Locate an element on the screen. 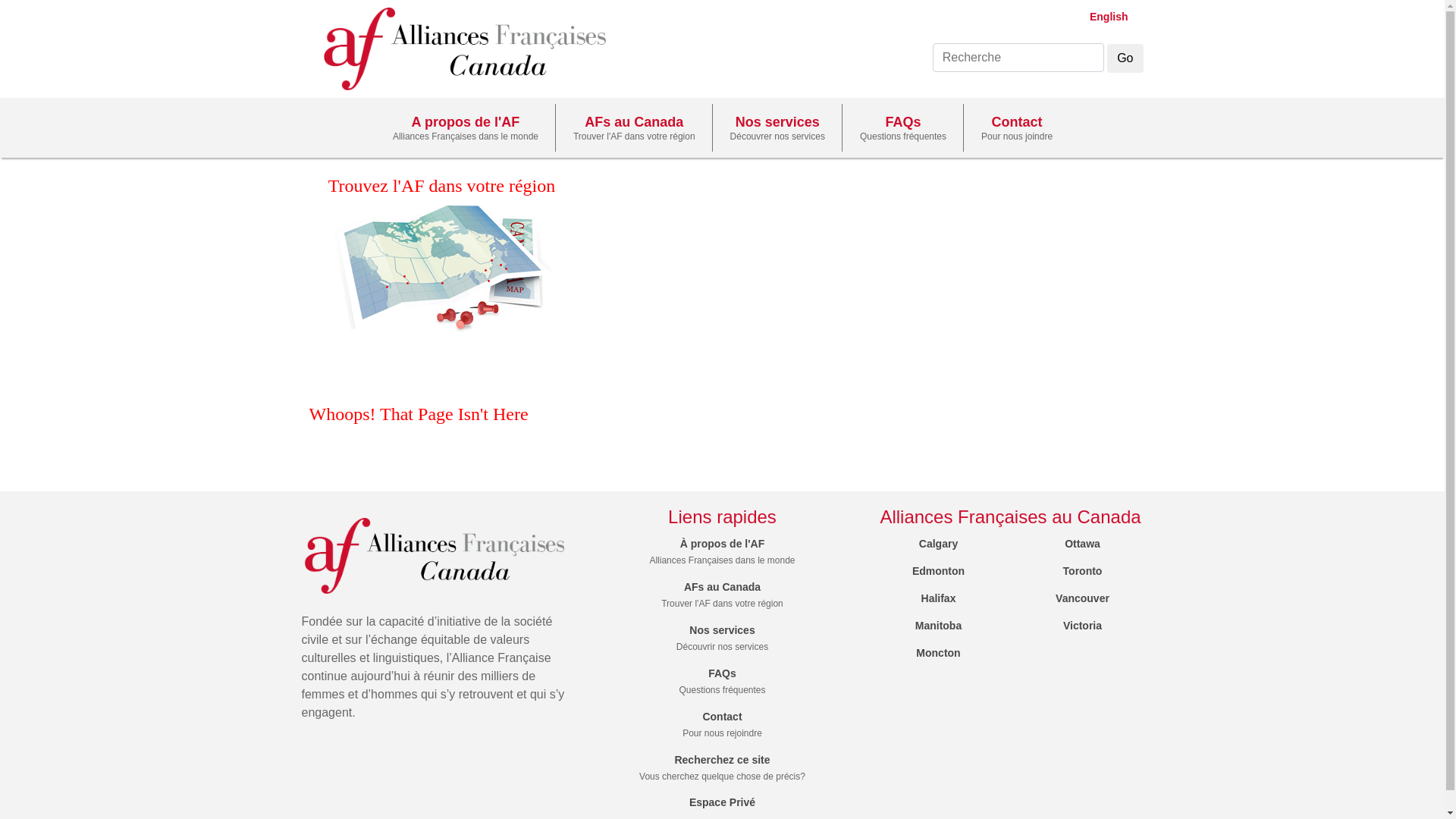  'Halifax' is located at coordinates (938, 598).